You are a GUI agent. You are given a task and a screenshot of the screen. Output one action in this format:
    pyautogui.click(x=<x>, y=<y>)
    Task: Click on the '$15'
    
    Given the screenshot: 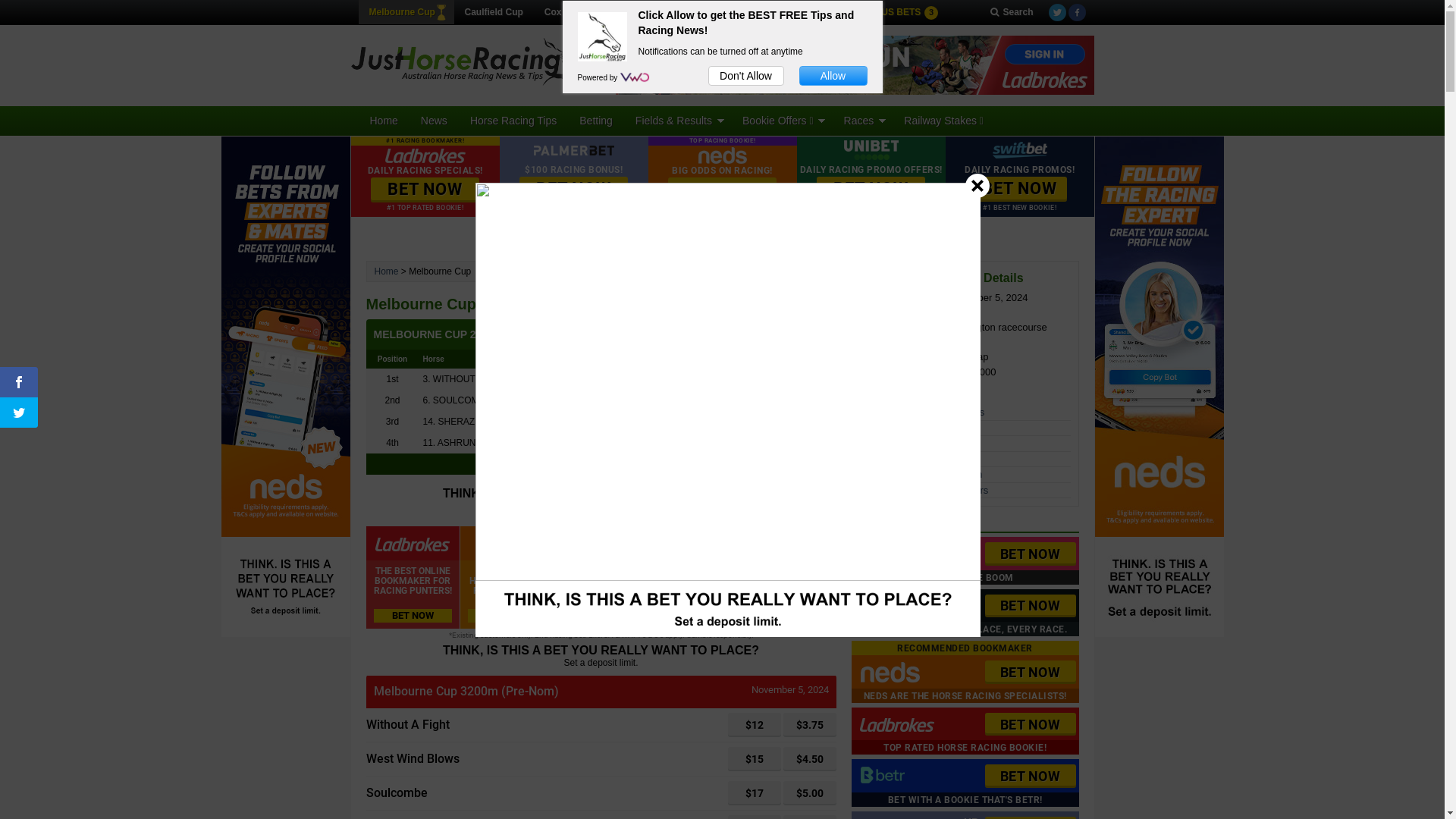 What is the action you would take?
    pyautogui.click(x=728, y=759)
    